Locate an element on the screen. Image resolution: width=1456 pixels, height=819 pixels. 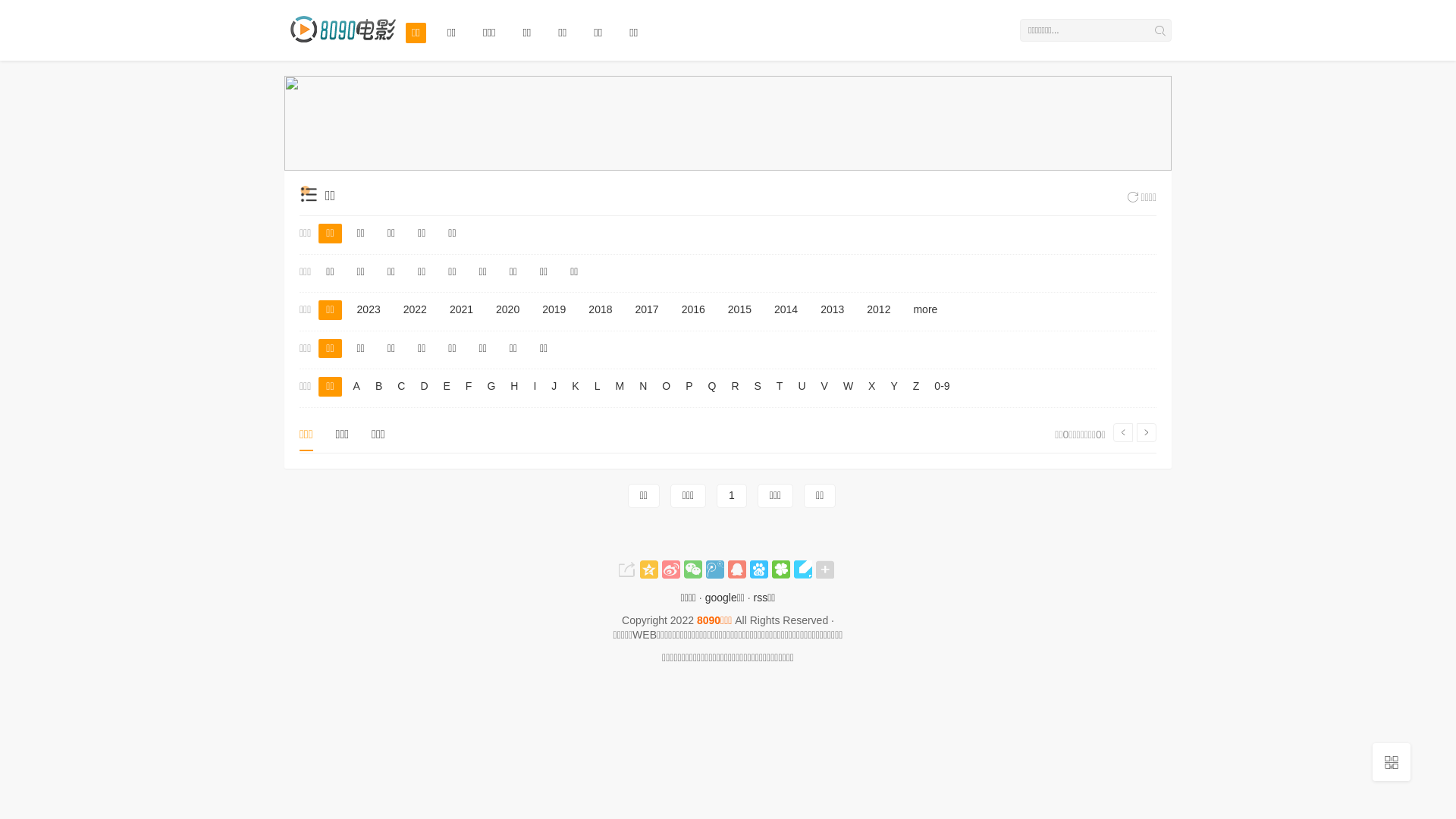
'1' is located at coordinates (731, 496).